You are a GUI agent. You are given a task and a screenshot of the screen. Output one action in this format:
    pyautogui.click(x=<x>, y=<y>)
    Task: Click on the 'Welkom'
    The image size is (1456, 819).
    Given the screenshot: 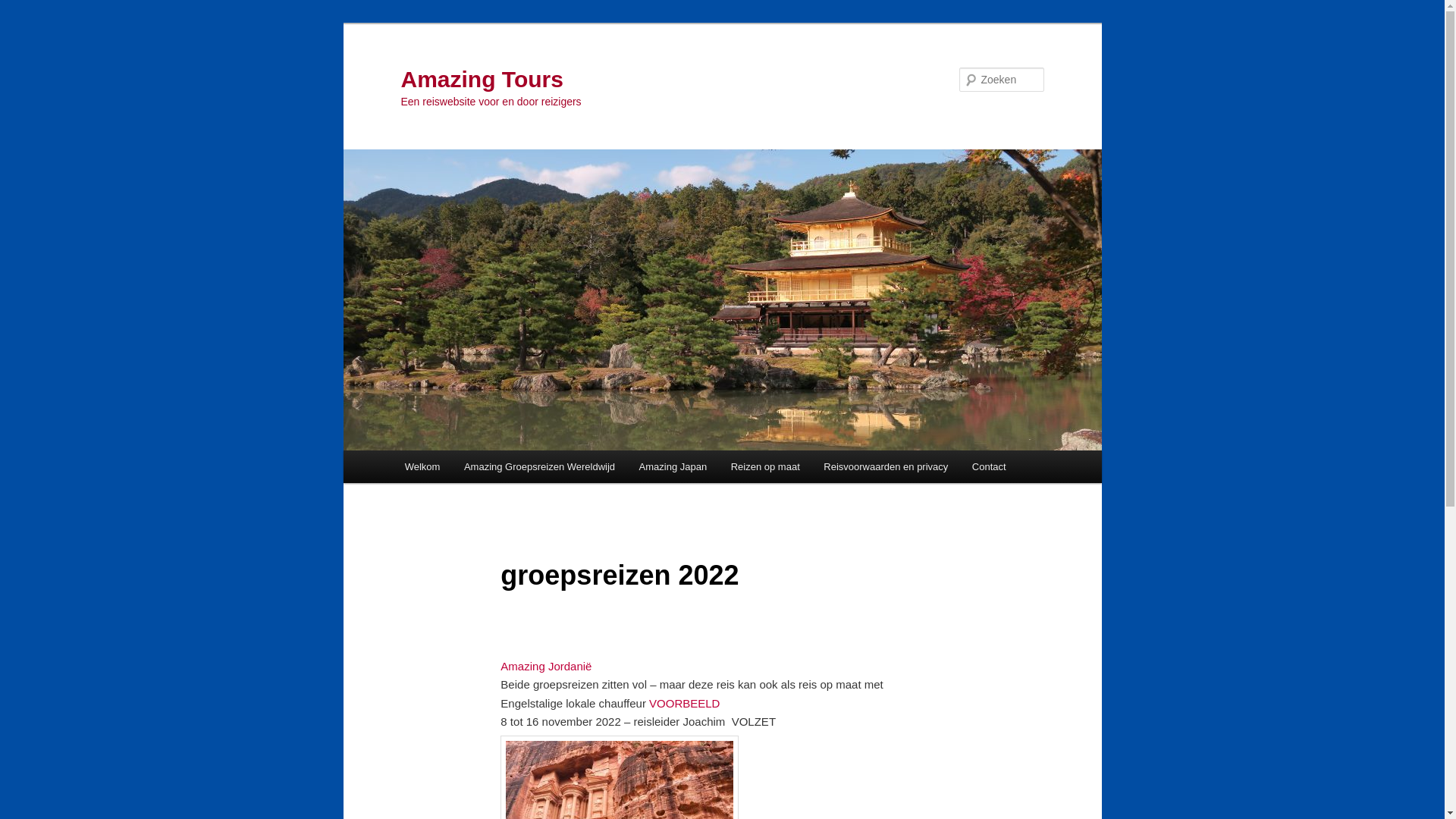 What is the action you would take?
    pyautogui.click(x=422, y=466)
    